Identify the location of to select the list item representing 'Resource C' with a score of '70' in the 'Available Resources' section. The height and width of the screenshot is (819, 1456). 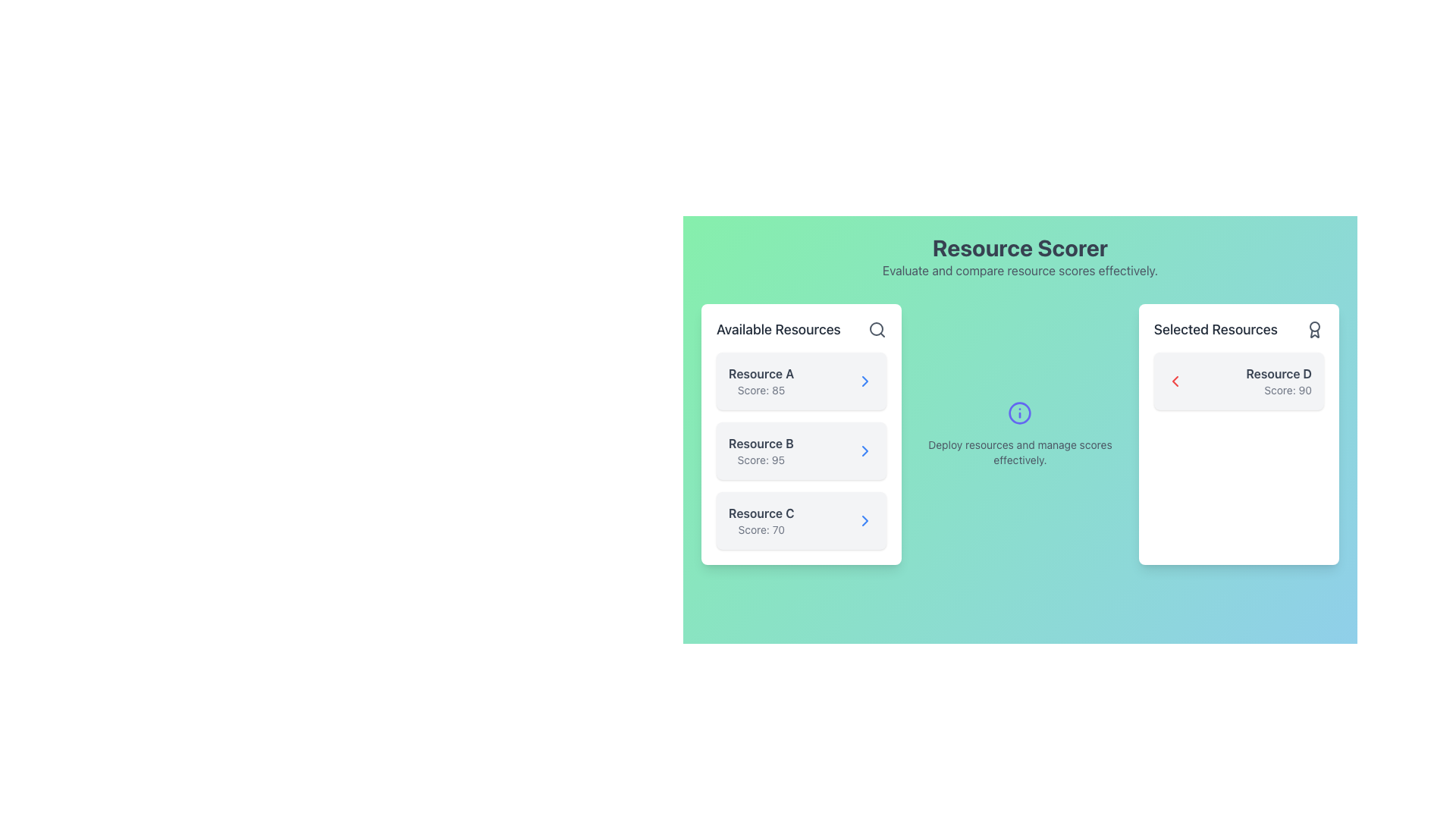
(801, 519).